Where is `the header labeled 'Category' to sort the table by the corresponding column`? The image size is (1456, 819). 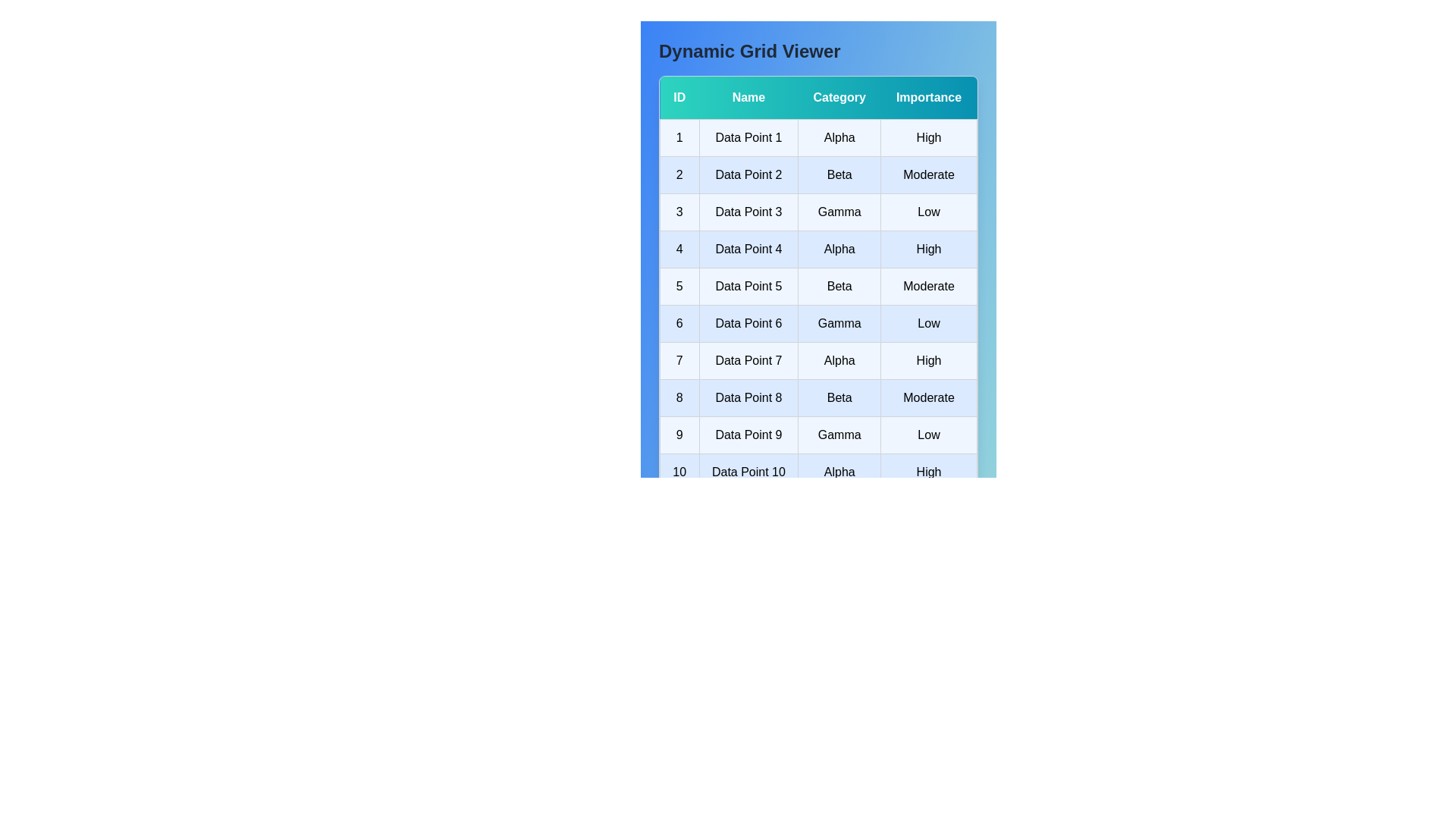 the header labeled 'Category' to sort the table by the corresponding column is located at coordinates (839, 98).